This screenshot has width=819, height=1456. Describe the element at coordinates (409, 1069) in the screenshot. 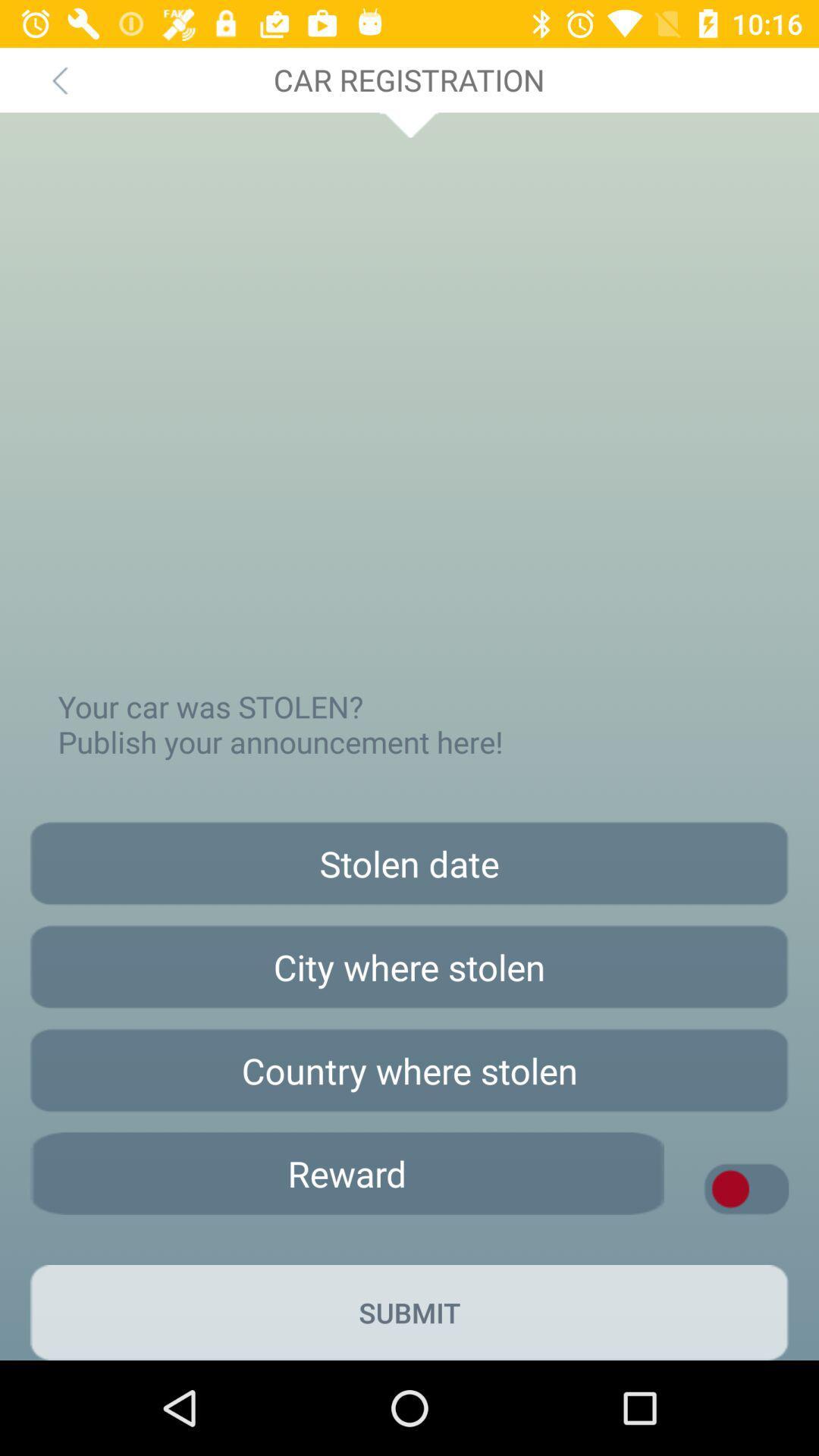

I see `country where stolen` at that location.